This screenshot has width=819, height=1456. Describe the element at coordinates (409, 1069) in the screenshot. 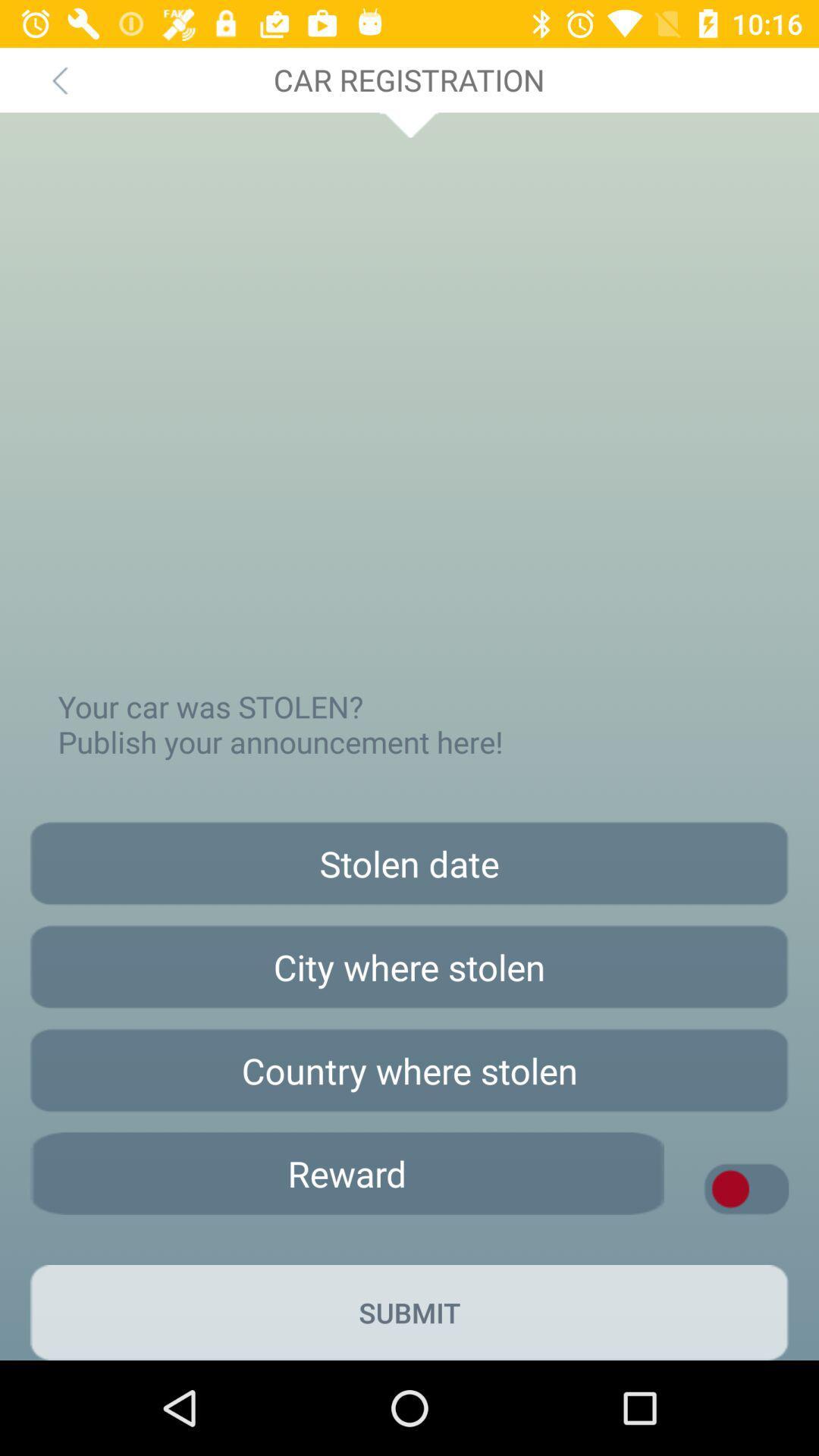

I see `country where stolen` at that location.